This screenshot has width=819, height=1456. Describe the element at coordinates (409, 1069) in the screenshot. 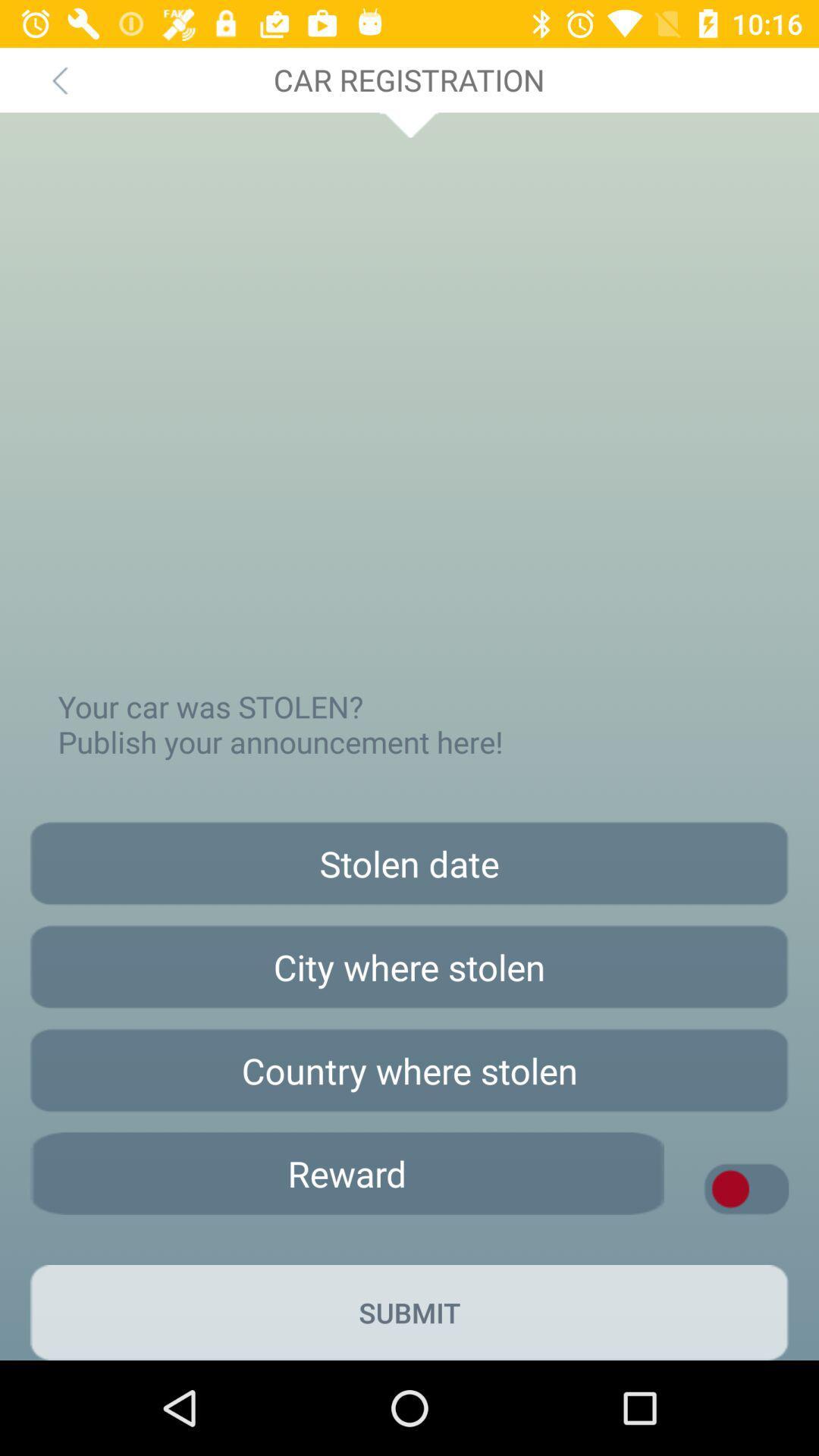

I see `country where stolen` at that location.